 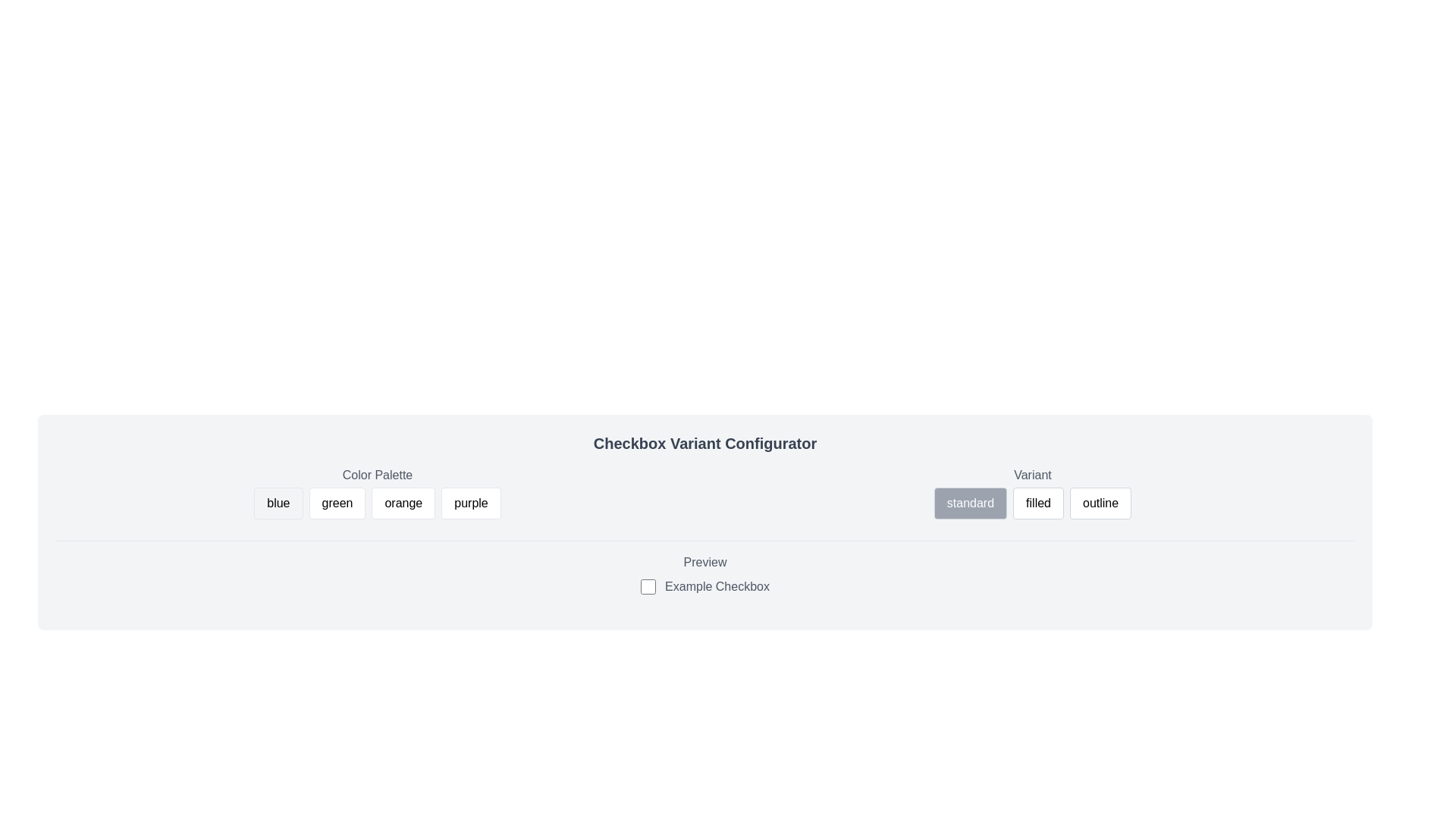 What do you see at coordinates (648, 586) in the screenshot?
I see `the blue-accented checkbox to check or uncheck it, located to the left of the 'Example Checkbox' label in the 'Preview' section` at bounding box center [648, 586].